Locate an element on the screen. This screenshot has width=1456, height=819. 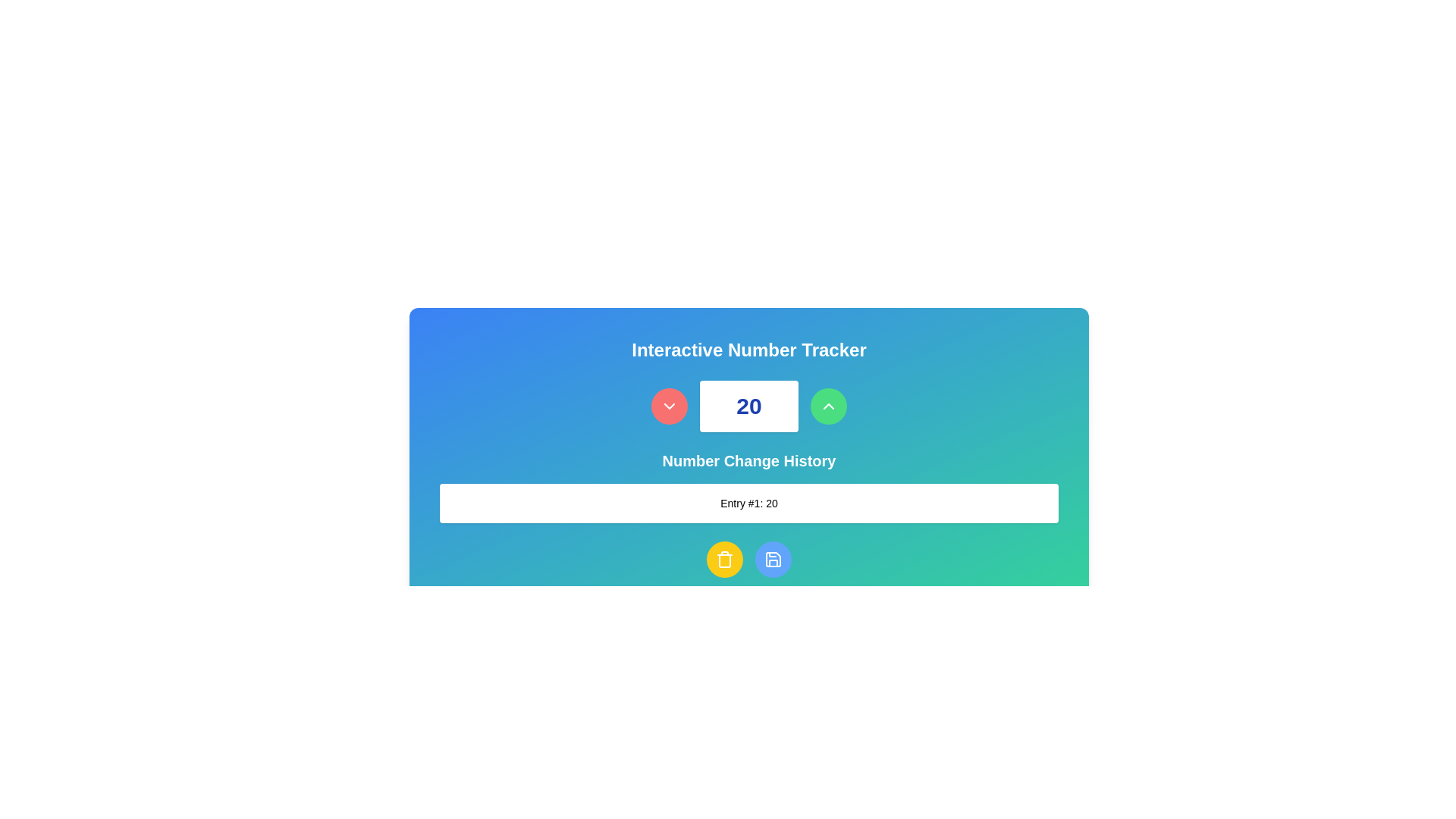
the informational label displaying a single entry from the number change history log located in the 'Number Change History' section at the bottom of the primary interface is located at coordinates (749, 503).